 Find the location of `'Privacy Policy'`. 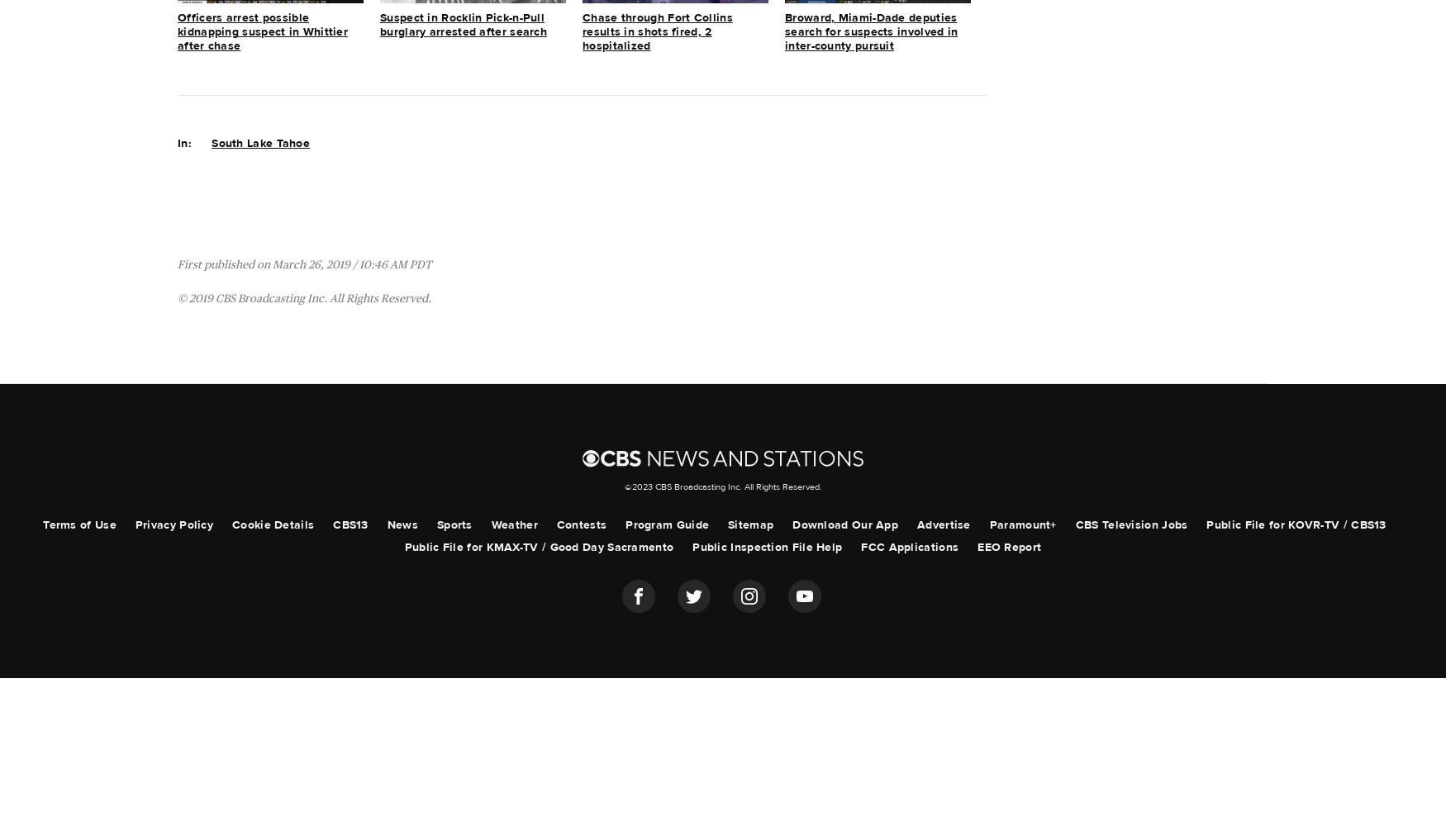

'Privacy Policy' is located at coordinates (174, 524).